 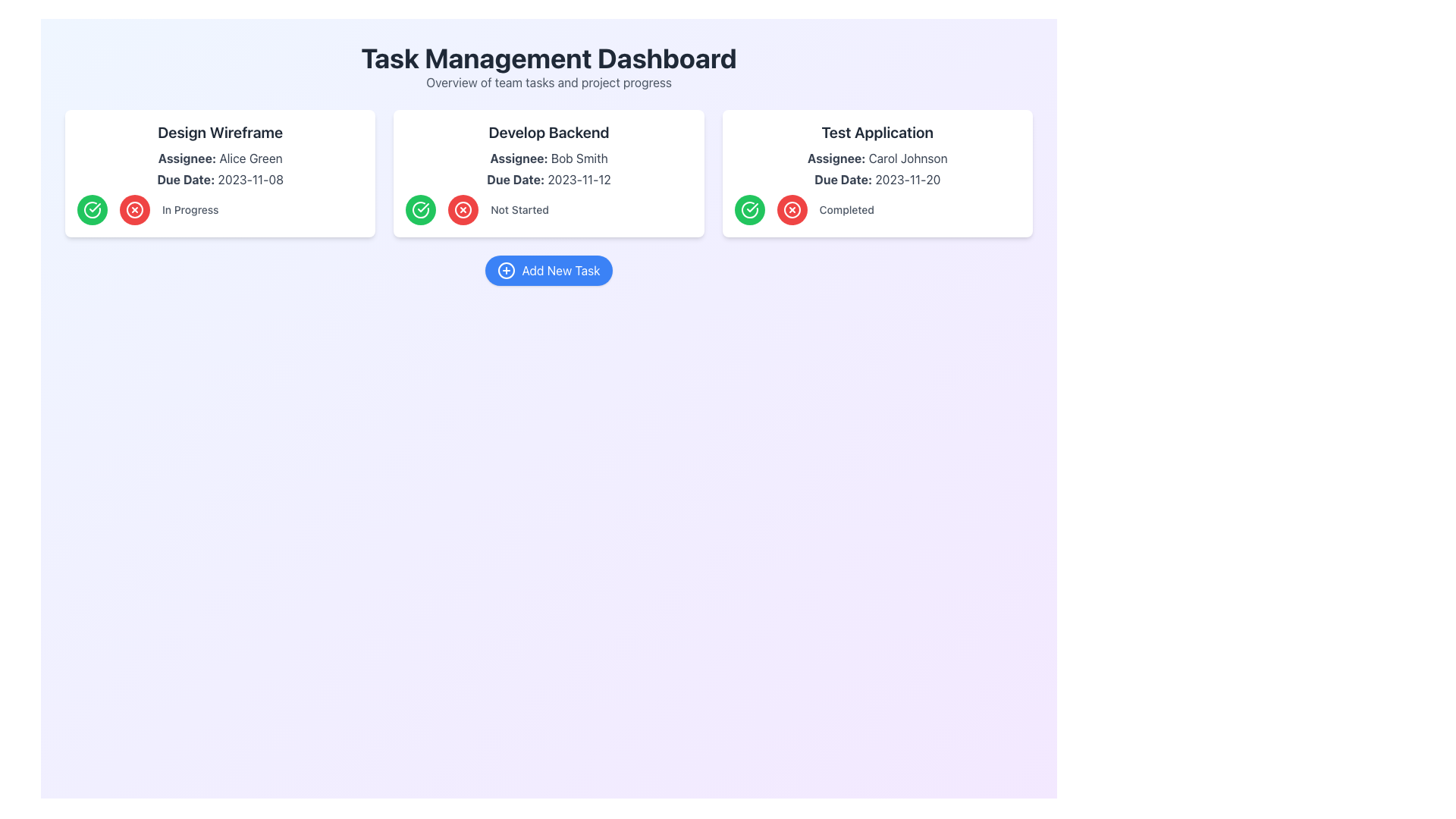 What do you see at coordinates (421, 210) in the screenshot?
I see `the circular green button with a white checkmark icon in the 'Develop Backend' section to mark the task as completed` at bounding box center [421, 210].